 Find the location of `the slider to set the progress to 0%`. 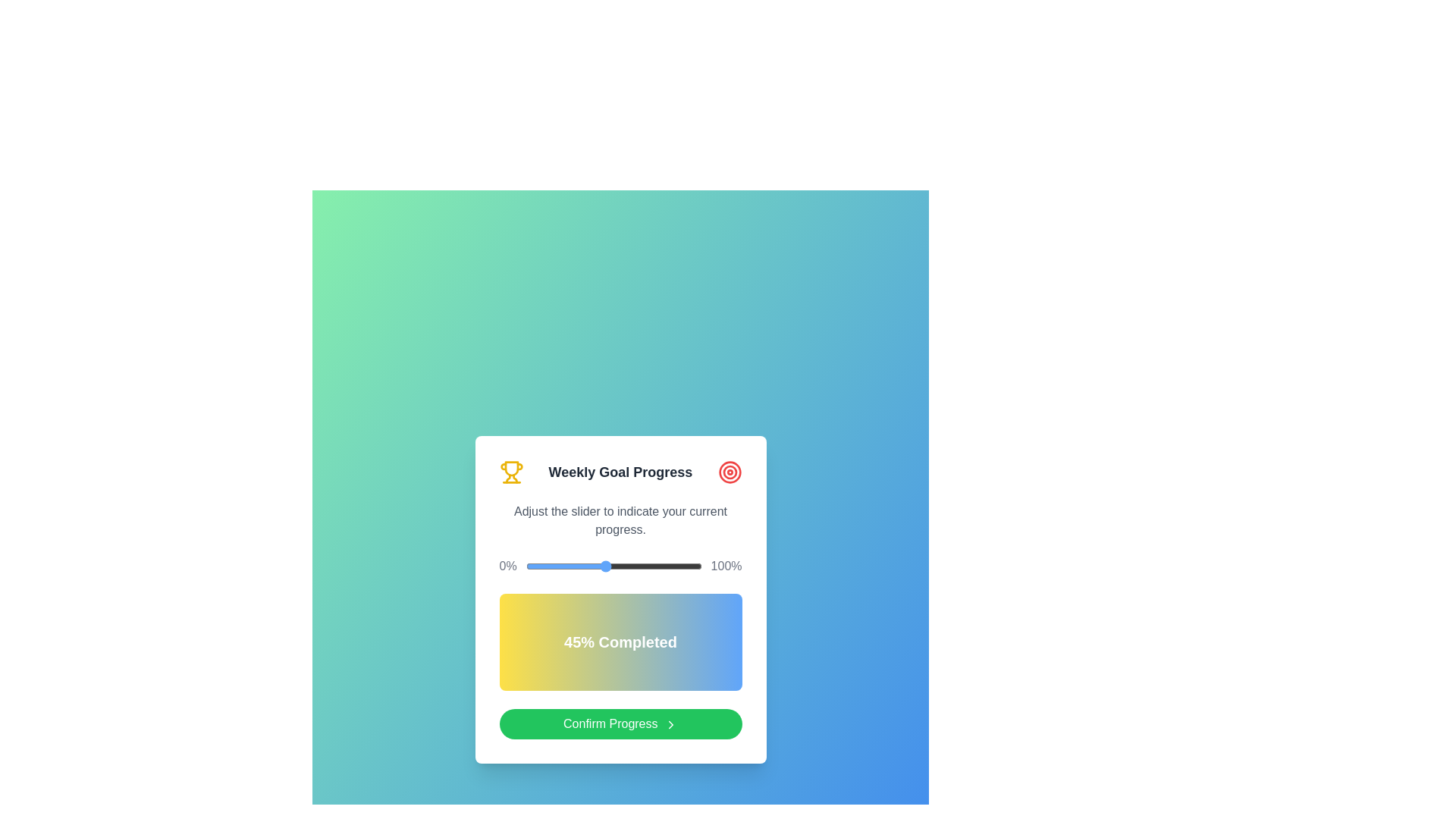

the slider to set the progress to 0% is located at coordinates (526, 566).